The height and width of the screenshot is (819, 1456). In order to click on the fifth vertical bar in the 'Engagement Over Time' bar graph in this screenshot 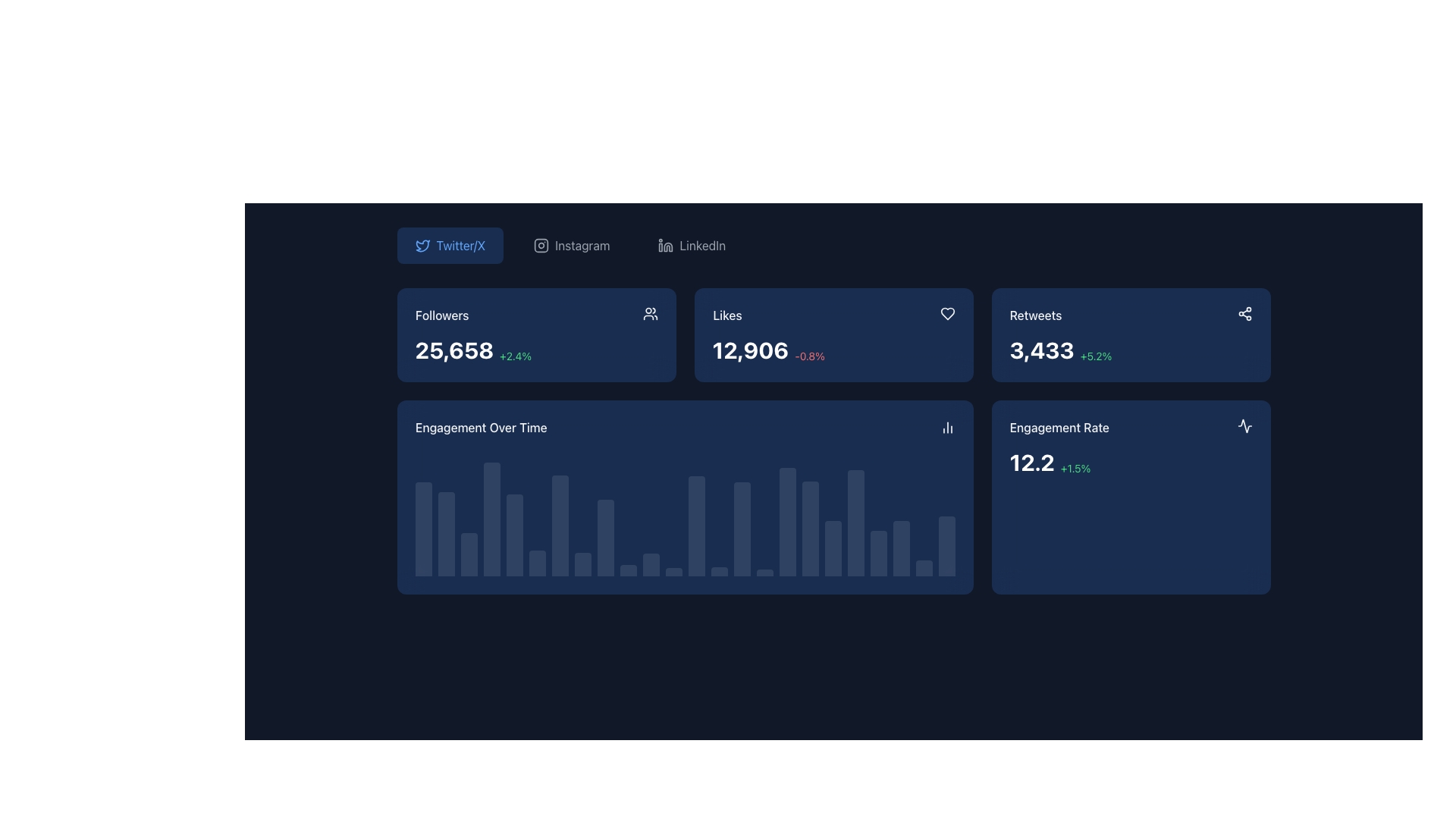, I will do `click(514, 534)`.